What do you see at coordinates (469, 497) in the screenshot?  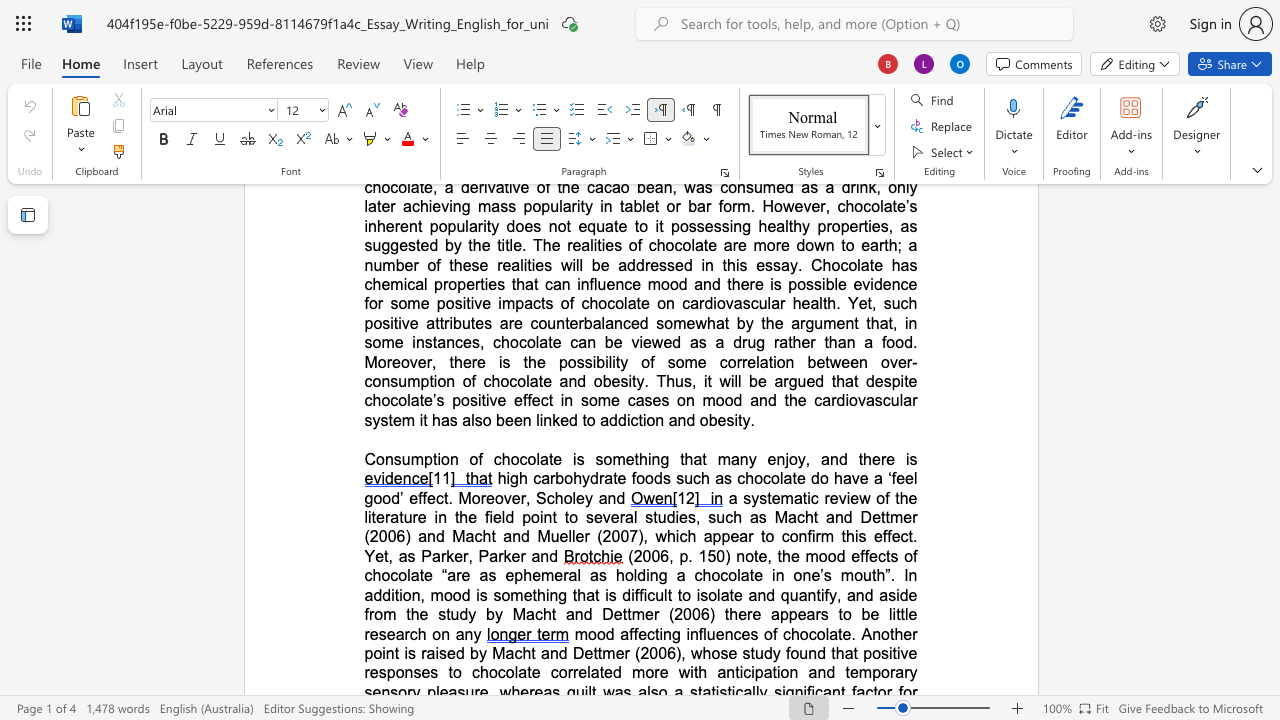 I see `the space between the continuous character "M" and "o" in the text` at bounding box center [469, 497].